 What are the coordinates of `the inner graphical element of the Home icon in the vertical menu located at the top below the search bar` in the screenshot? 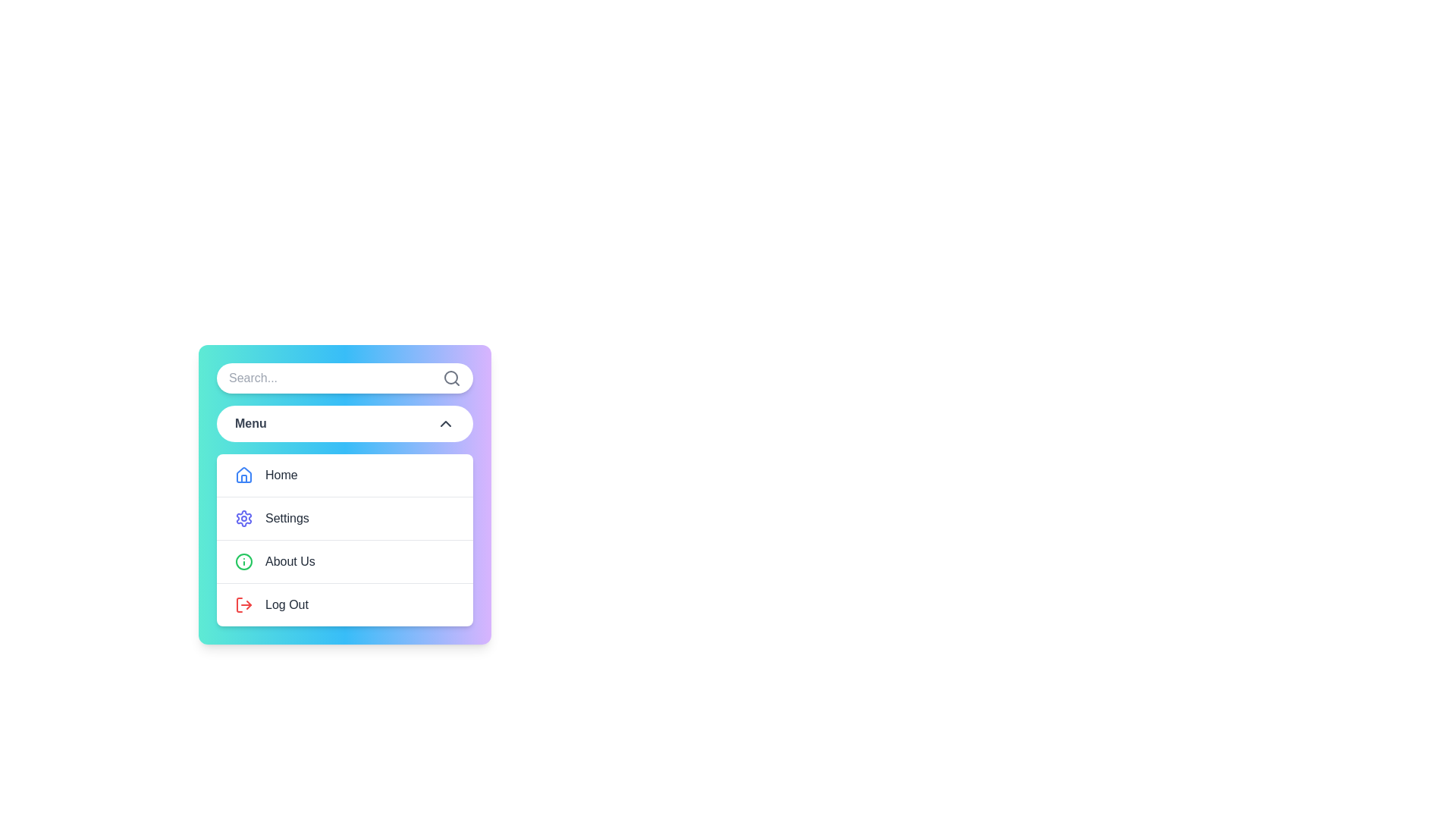 It's located at (243, 479).